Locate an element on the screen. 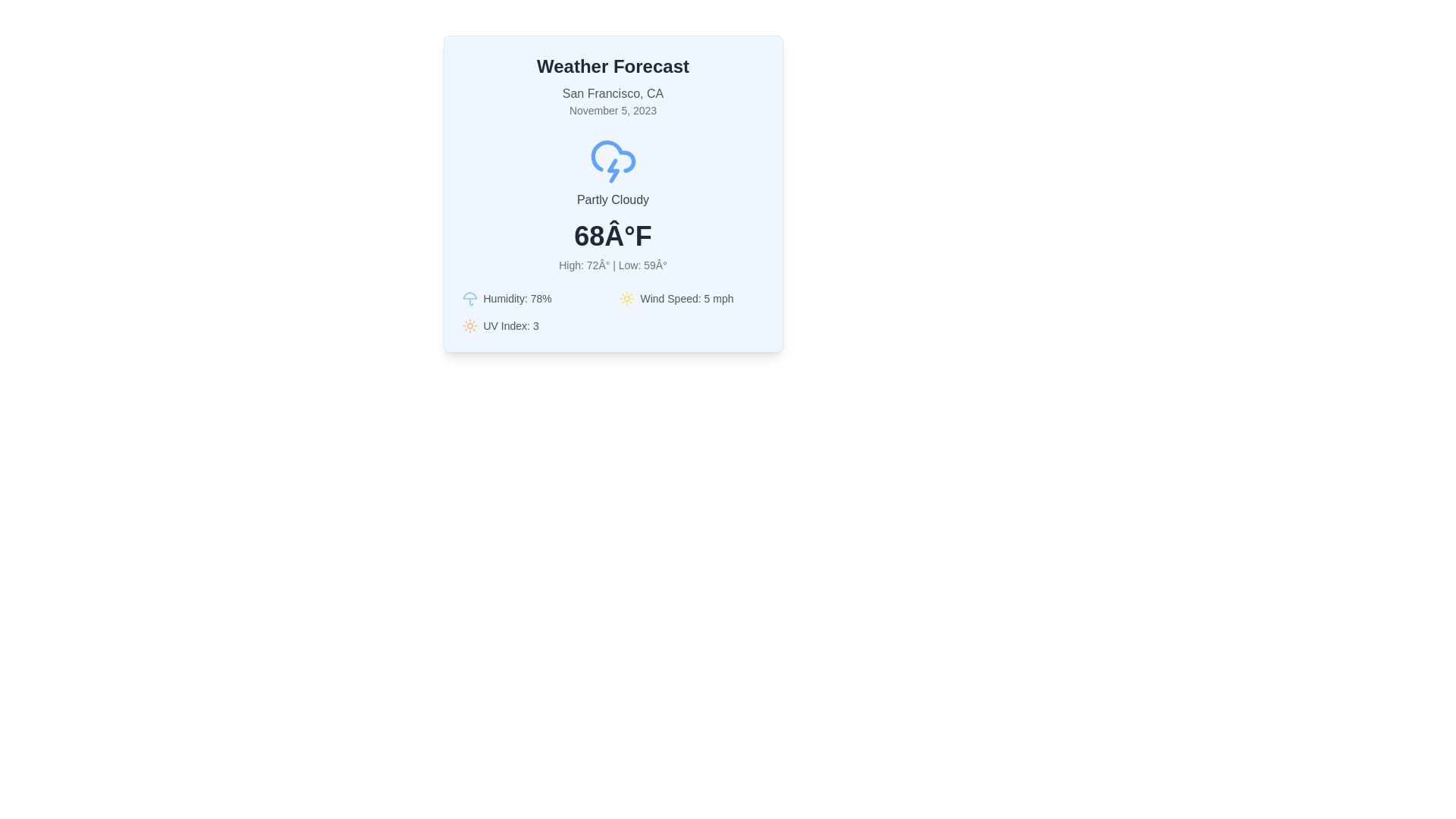 Image resolution: width=1456 pixels, height=819 pixels. the date text label located under the title 'San Francisco, CA' in the weather forecast card interface is located at coordinates (613, 110).